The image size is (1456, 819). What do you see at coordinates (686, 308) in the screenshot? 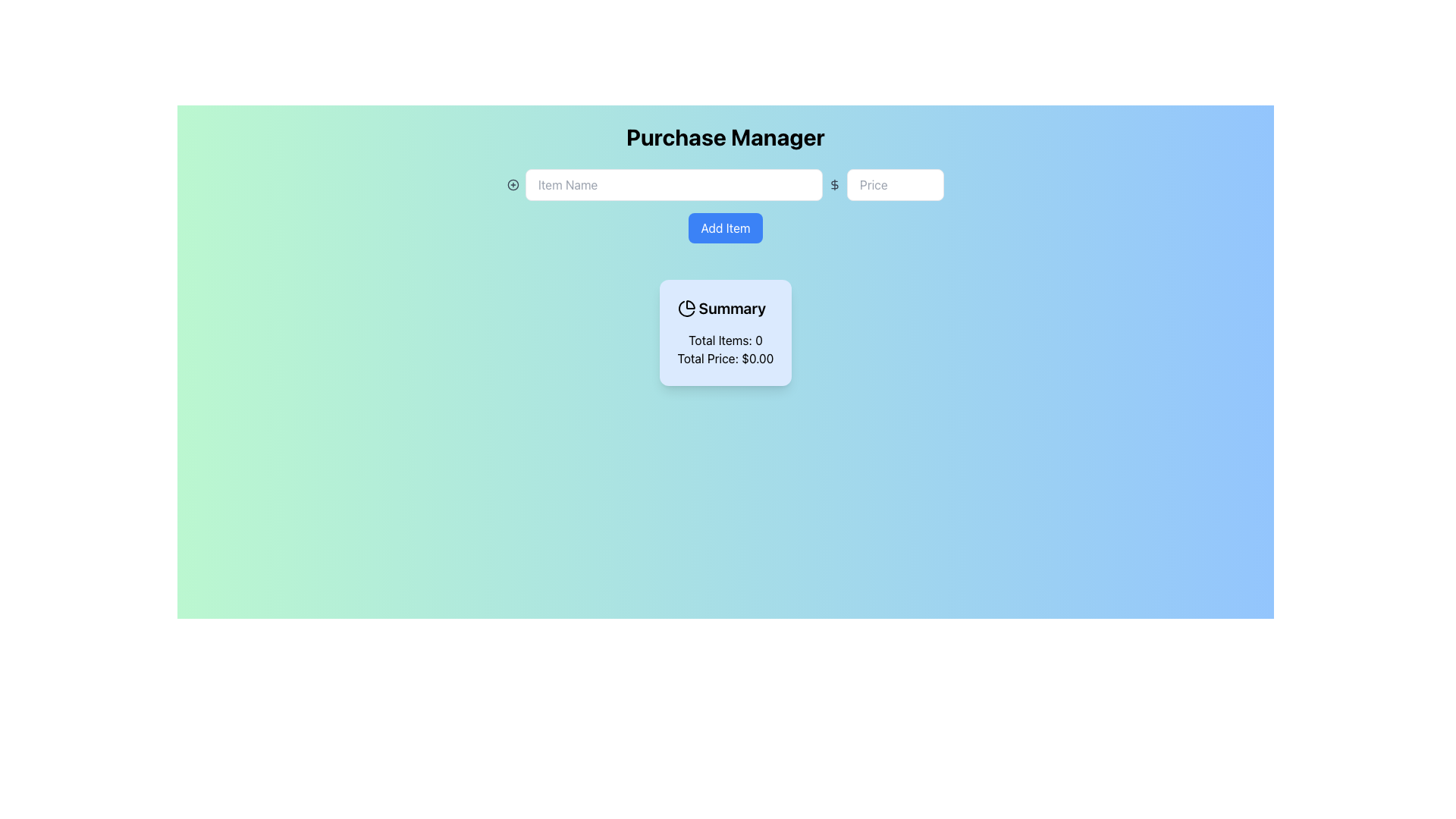
I see `the decorative icon located to the left of the 'Summary' text in the centered panel labeled 'Summary'` at bounding box center [686, 308].